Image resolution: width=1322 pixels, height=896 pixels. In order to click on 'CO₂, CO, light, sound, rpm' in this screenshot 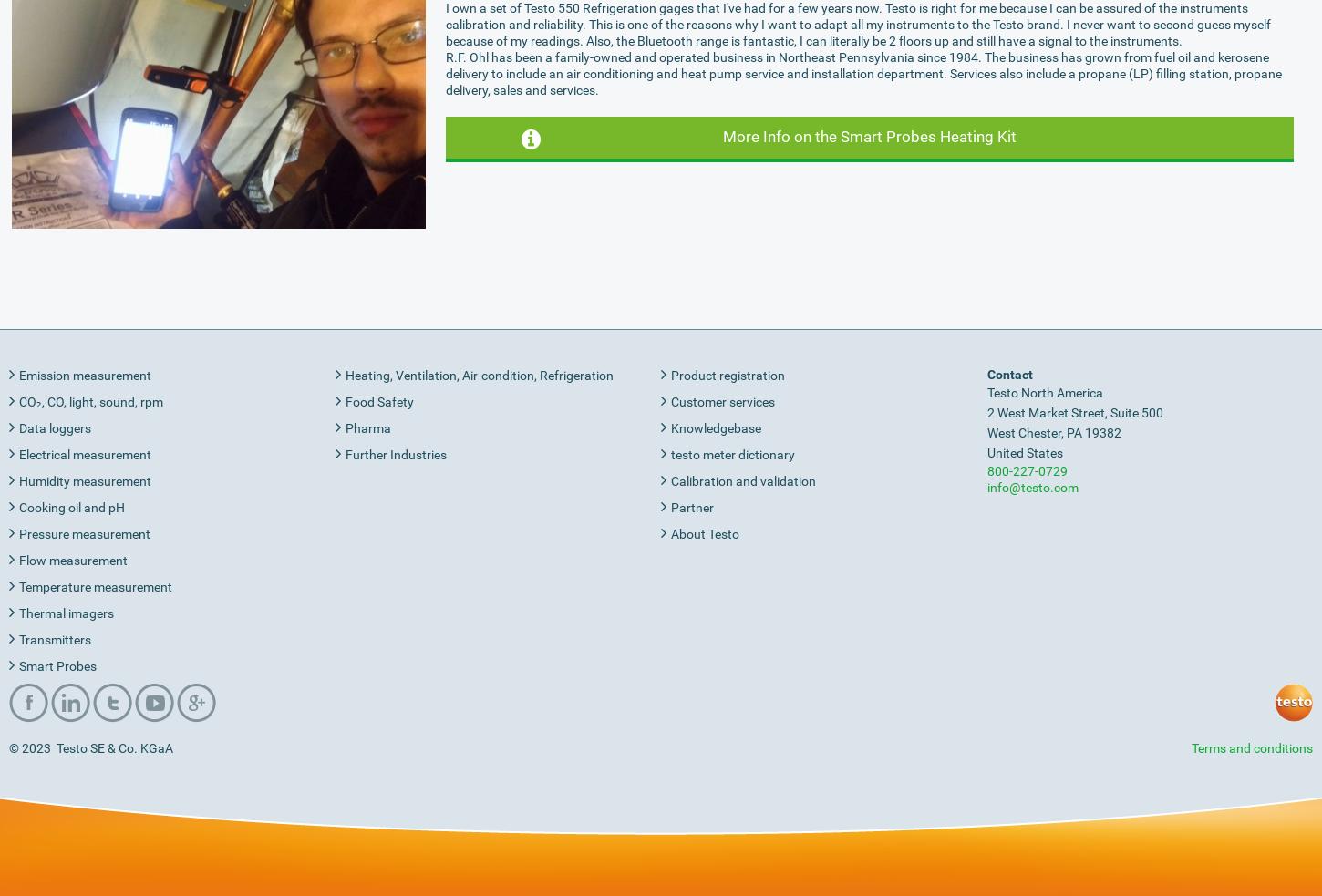, I will do `click(91, 399)`.